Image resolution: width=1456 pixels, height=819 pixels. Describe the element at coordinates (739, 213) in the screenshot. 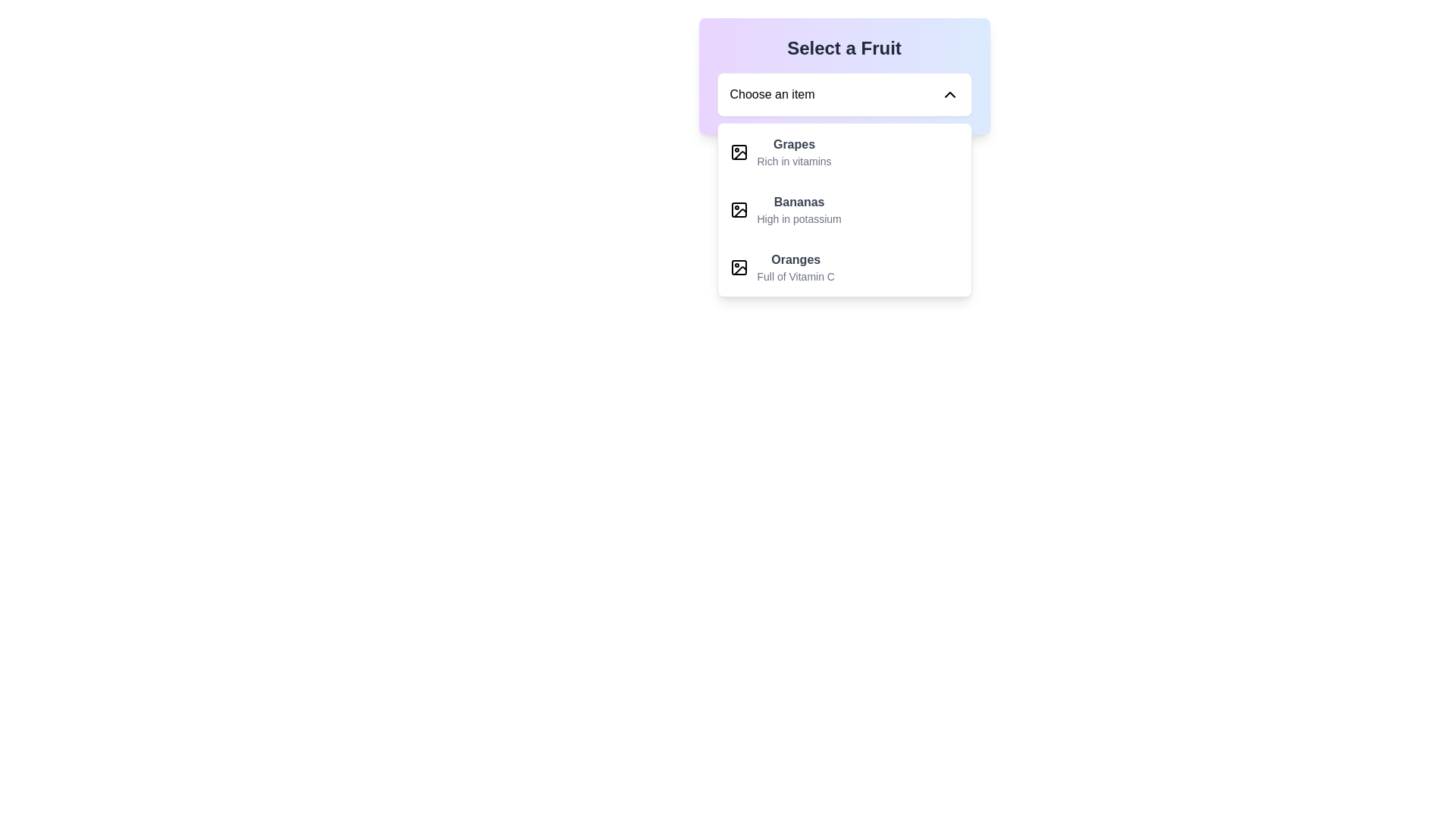

I see `the graphical icon featuring a line drawing of a slanted image frame with a mountain and sun symbol` at that location.